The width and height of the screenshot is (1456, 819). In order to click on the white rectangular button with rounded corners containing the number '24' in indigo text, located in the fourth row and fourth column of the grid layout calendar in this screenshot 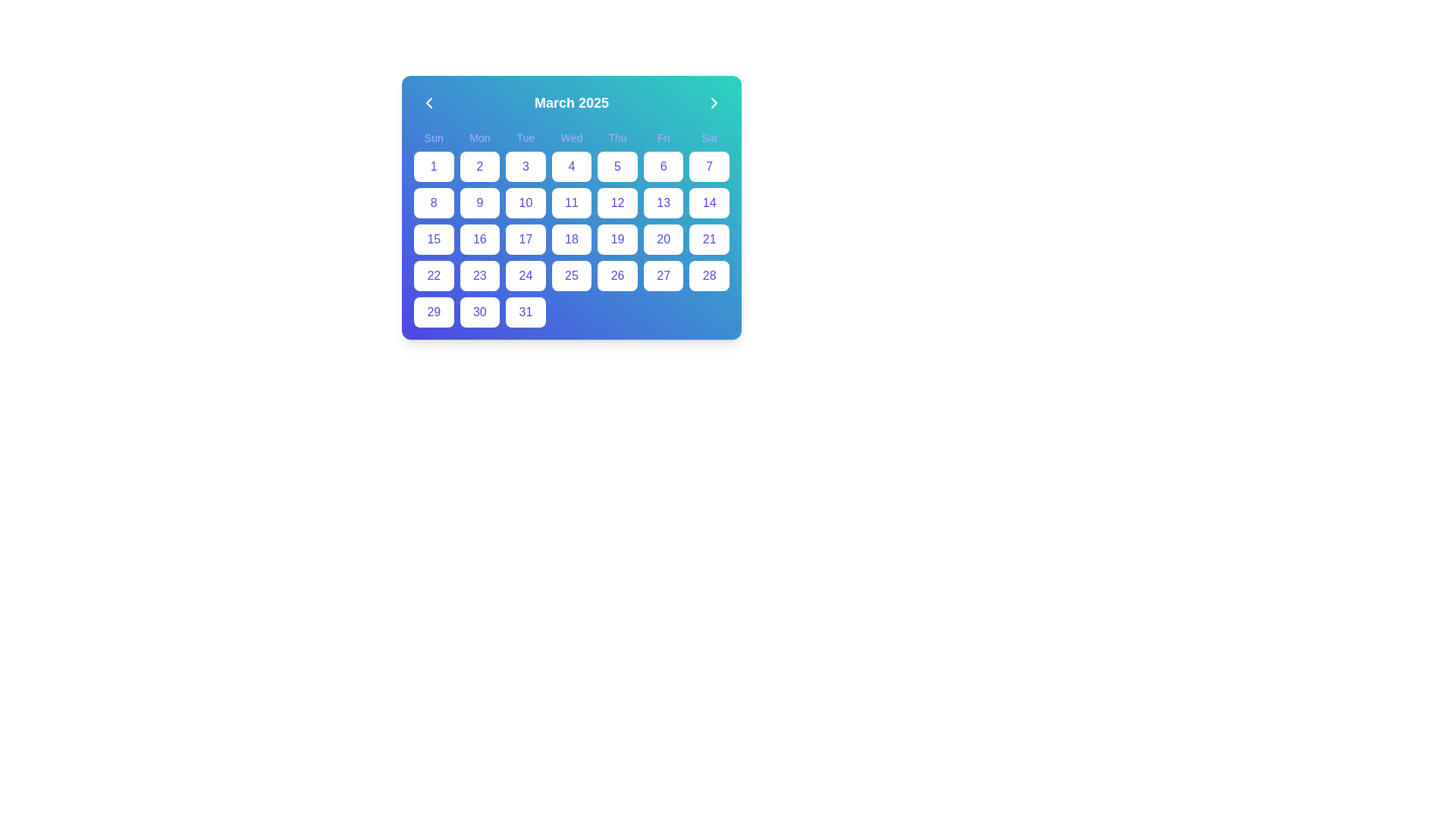, I will do `click(526, 275)`.